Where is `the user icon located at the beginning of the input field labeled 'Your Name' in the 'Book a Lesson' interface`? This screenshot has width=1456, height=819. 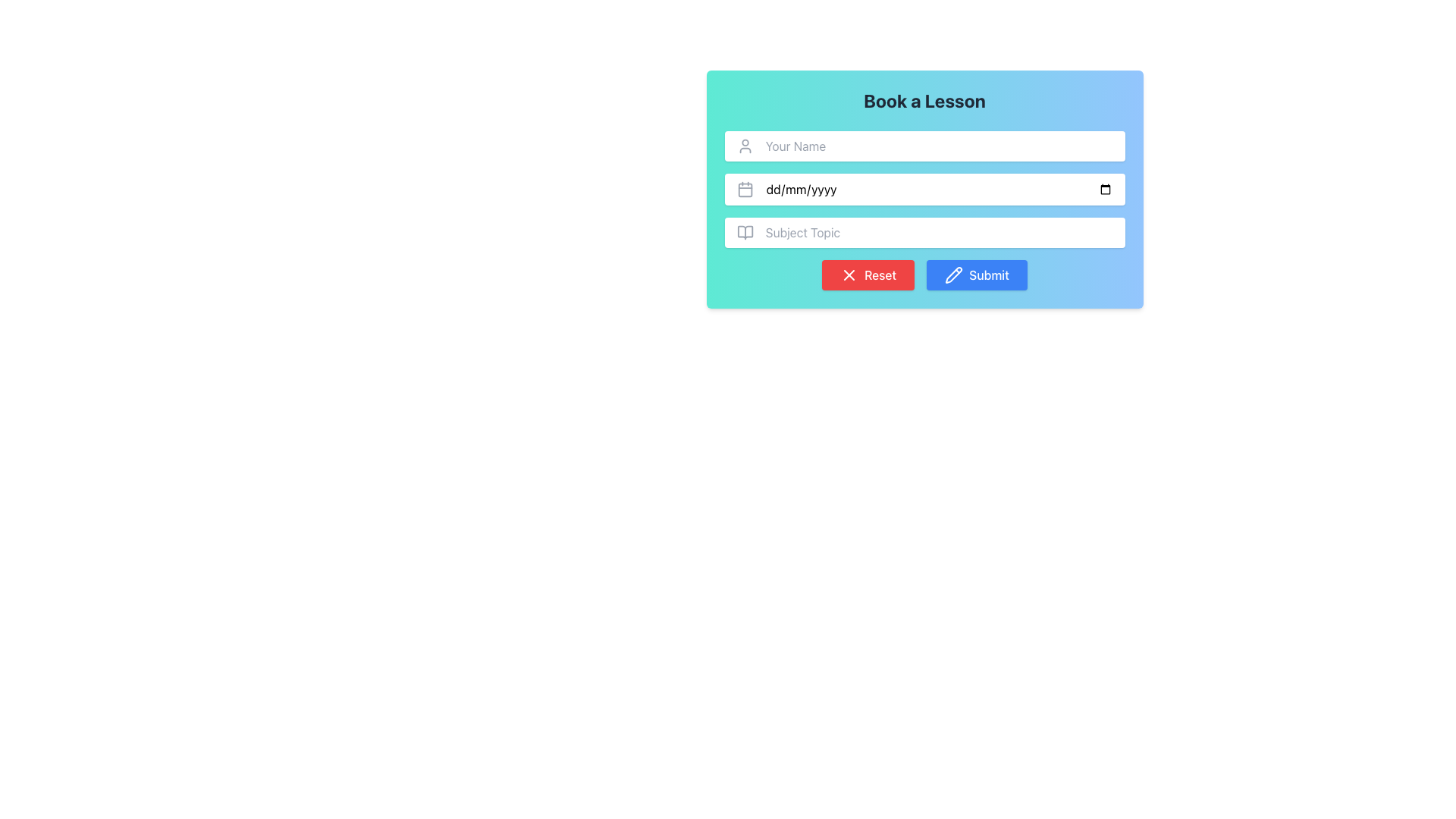 the user icon located at the beginning of the input field labeled 'Your Name' in the 'Book a Lesson' interface is located at coordinates (745, 146).